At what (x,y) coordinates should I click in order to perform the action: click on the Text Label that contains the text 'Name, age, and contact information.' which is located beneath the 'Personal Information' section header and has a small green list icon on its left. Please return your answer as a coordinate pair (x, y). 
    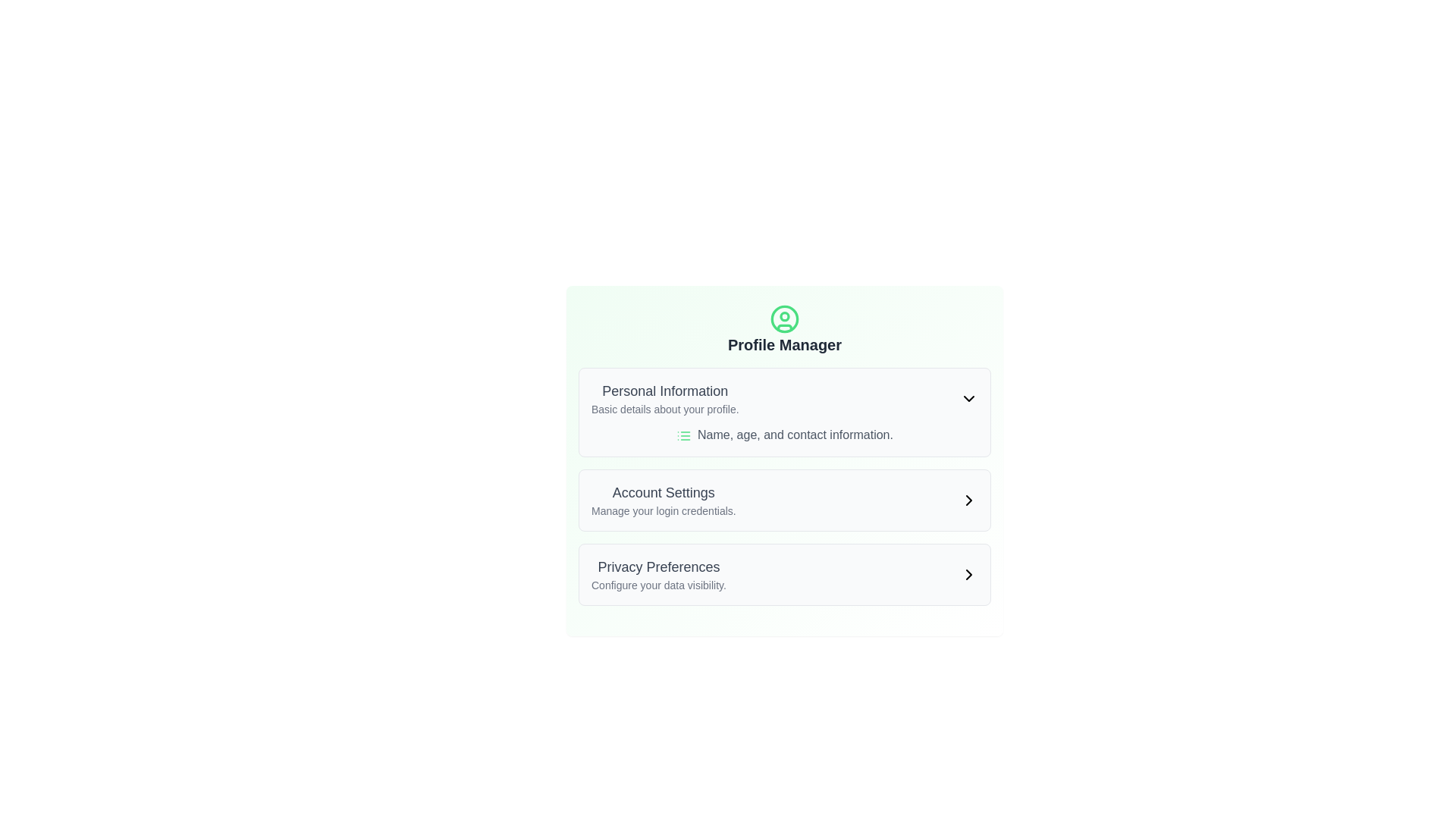
    Looking at the image, I should click on (785, 435).